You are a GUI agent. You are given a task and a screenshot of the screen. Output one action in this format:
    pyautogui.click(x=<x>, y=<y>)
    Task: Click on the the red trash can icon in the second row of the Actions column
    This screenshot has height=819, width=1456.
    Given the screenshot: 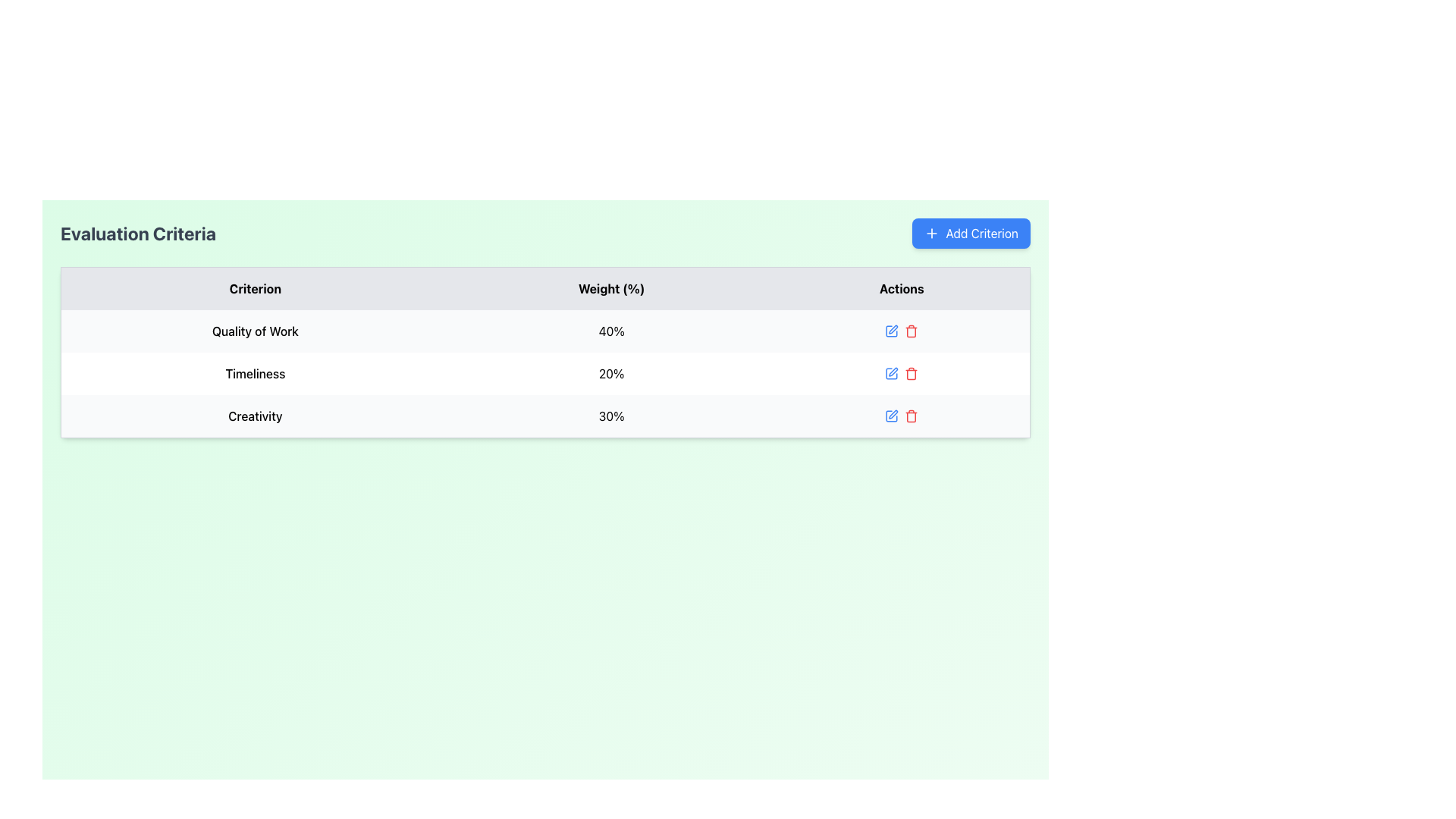 What is the action you would take?
    pyautogui.click(x=902, y=374)
    